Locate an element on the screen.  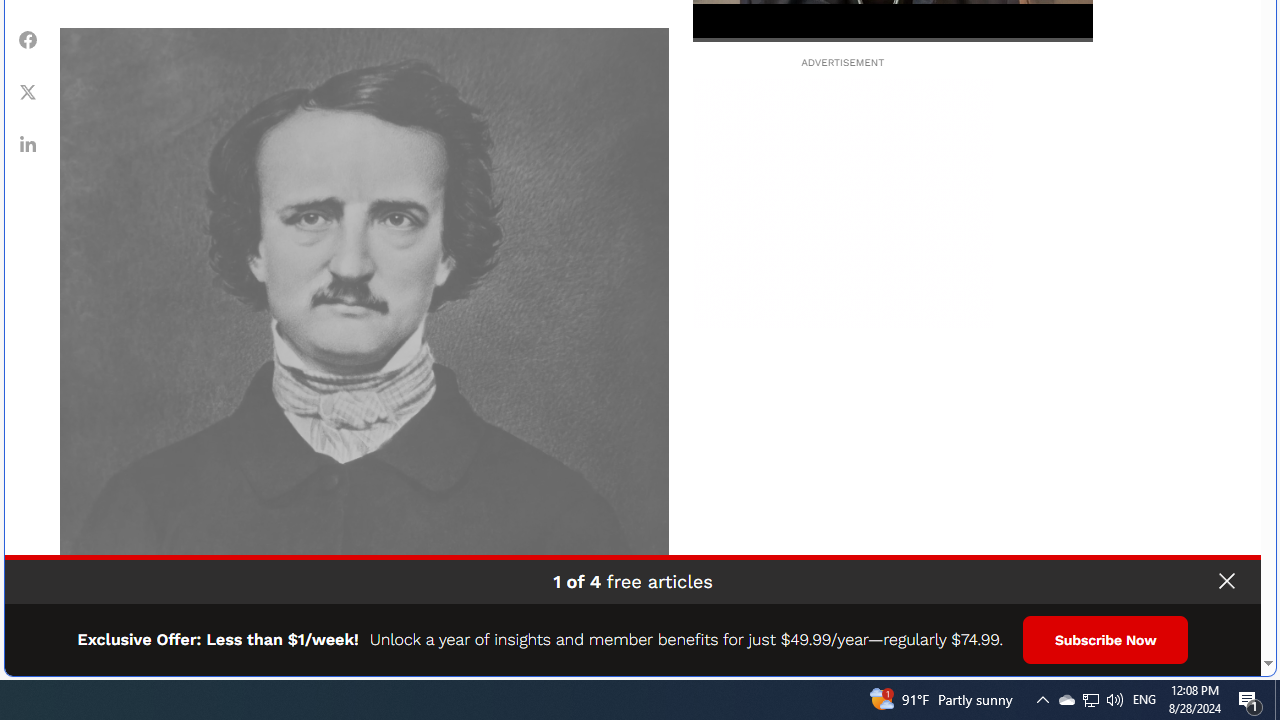
'Class: fs-icon fs-icon--linkedin' is located at coordinates (28, 142).